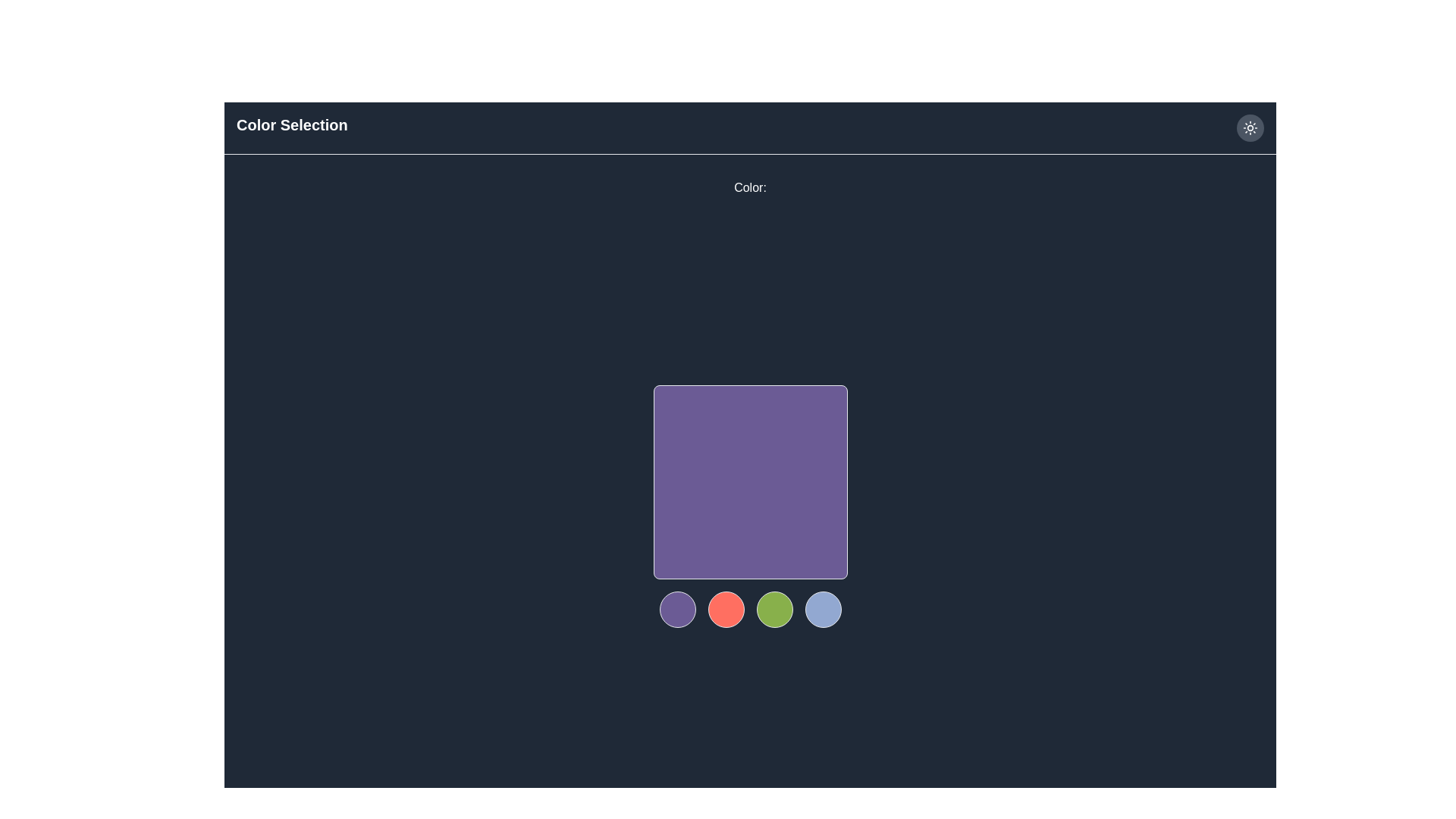  What do you see at coordinates (764, 608) in the screenshot?
I see `the third circular button from the left, which serves as a color selector in a group of four buttons, located below the central purple square` at bounding box center [764, 608].